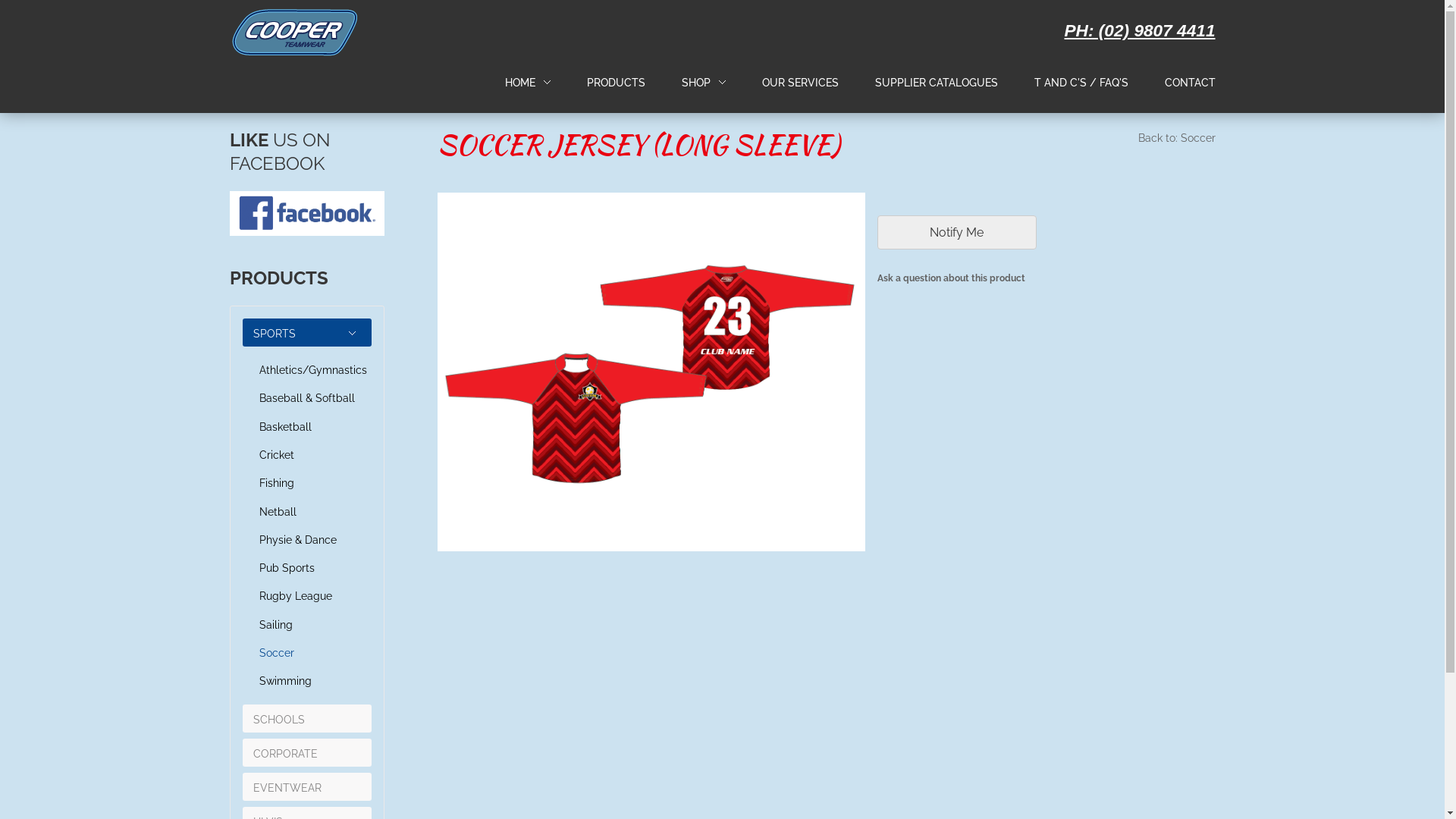 The image size is (1456, 819). What do you see at coordinates (306, 680) in the screenshot?
I see `'Swimming'` at bounding box center [306, 680].